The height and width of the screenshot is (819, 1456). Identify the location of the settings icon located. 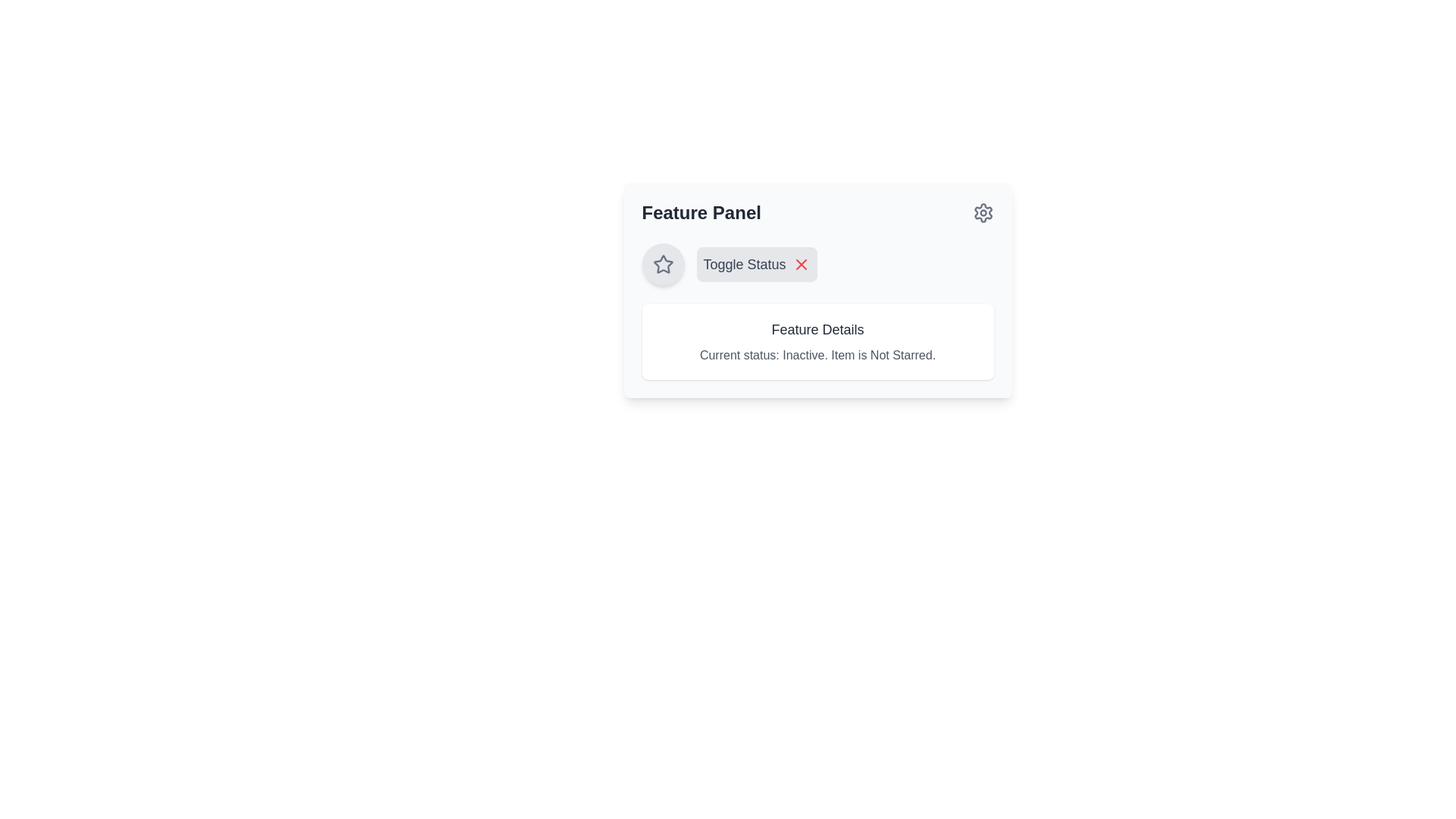
(983, 213).